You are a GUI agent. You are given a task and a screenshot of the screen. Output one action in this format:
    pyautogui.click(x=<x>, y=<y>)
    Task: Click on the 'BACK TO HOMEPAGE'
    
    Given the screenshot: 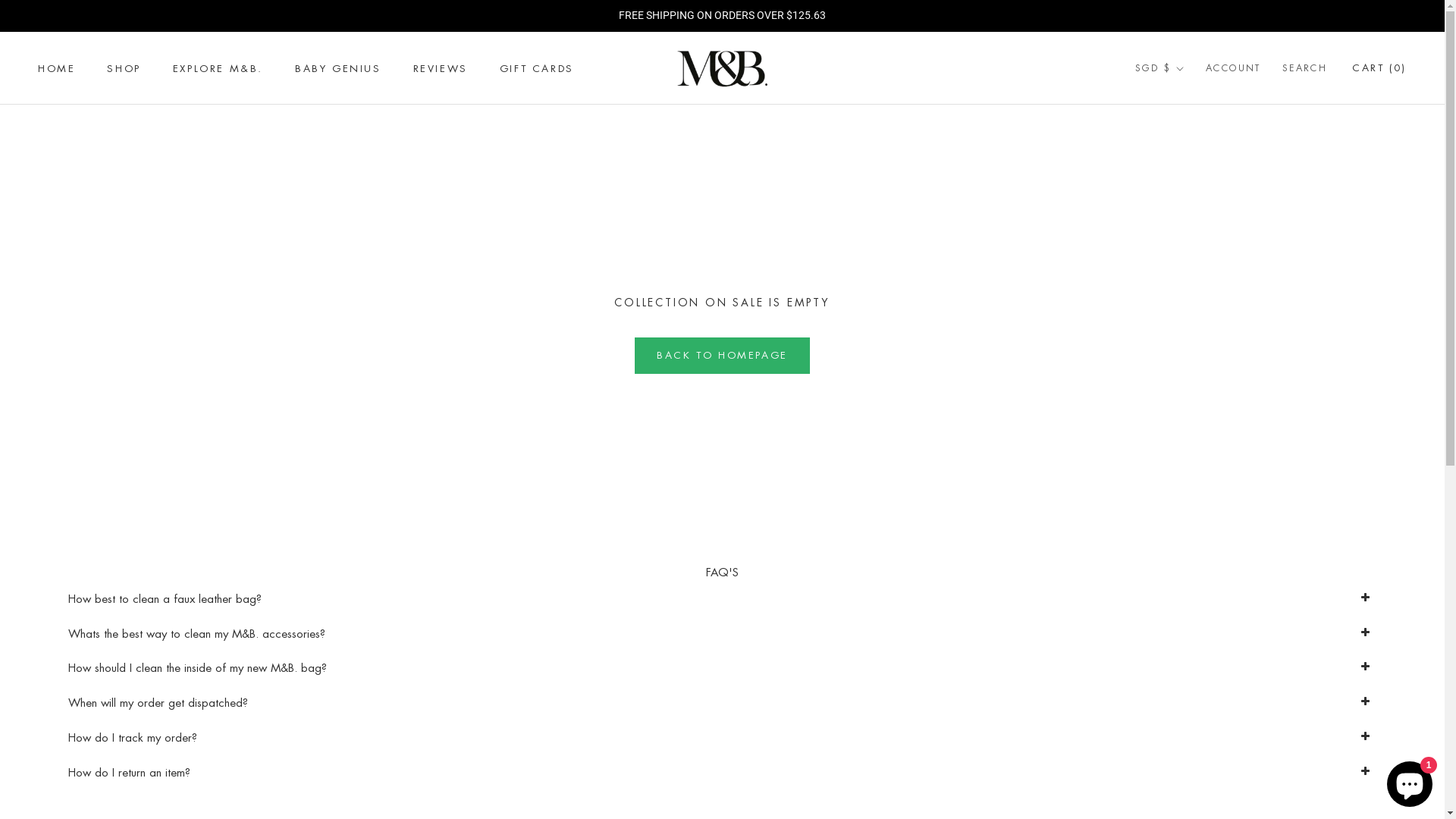 What is the action you would take?
    pyautogui.click(x=721, y=356)
    